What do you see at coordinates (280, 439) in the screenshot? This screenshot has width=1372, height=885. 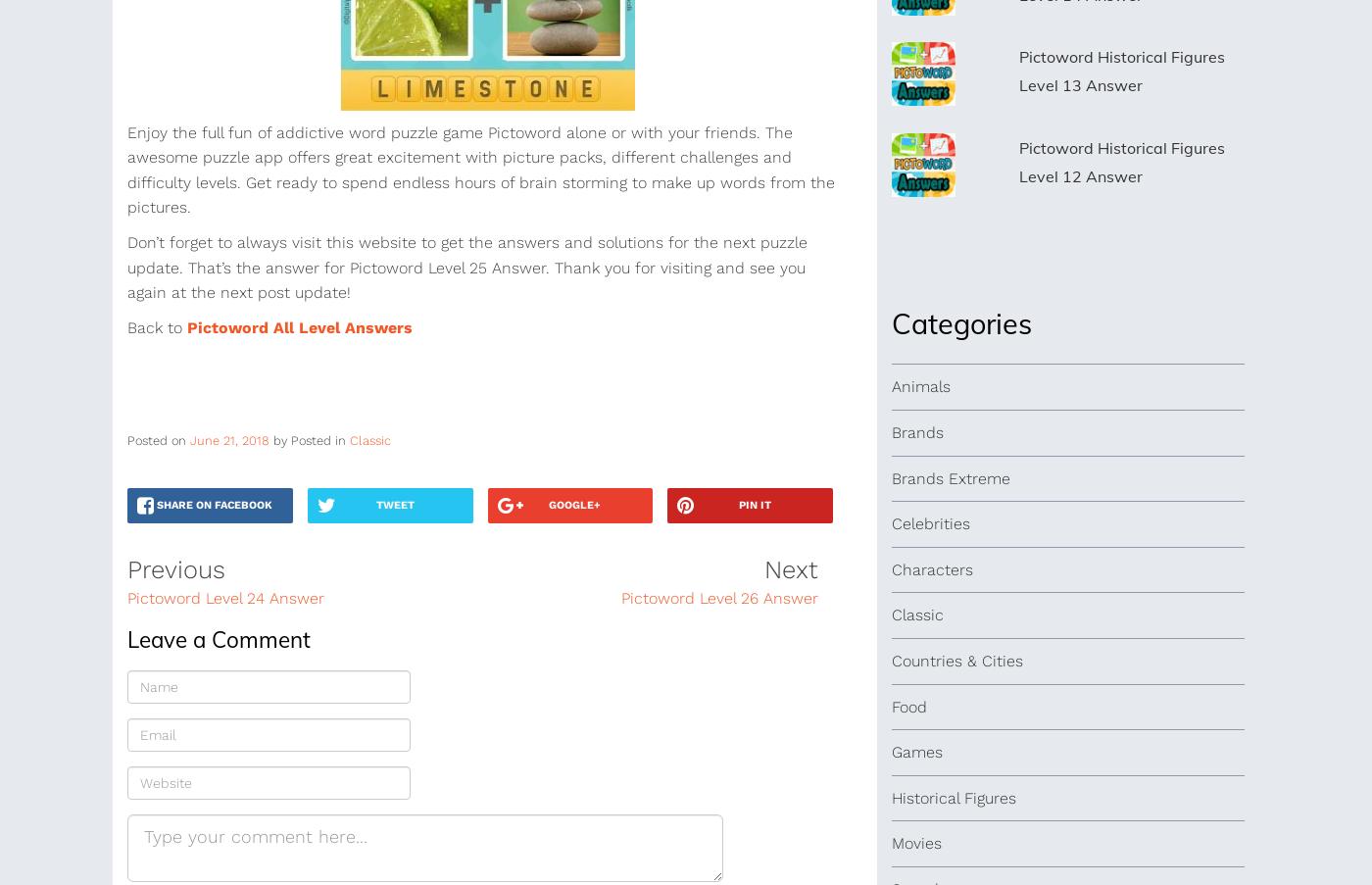 I see `'by'` at bounding box center [280, 439].